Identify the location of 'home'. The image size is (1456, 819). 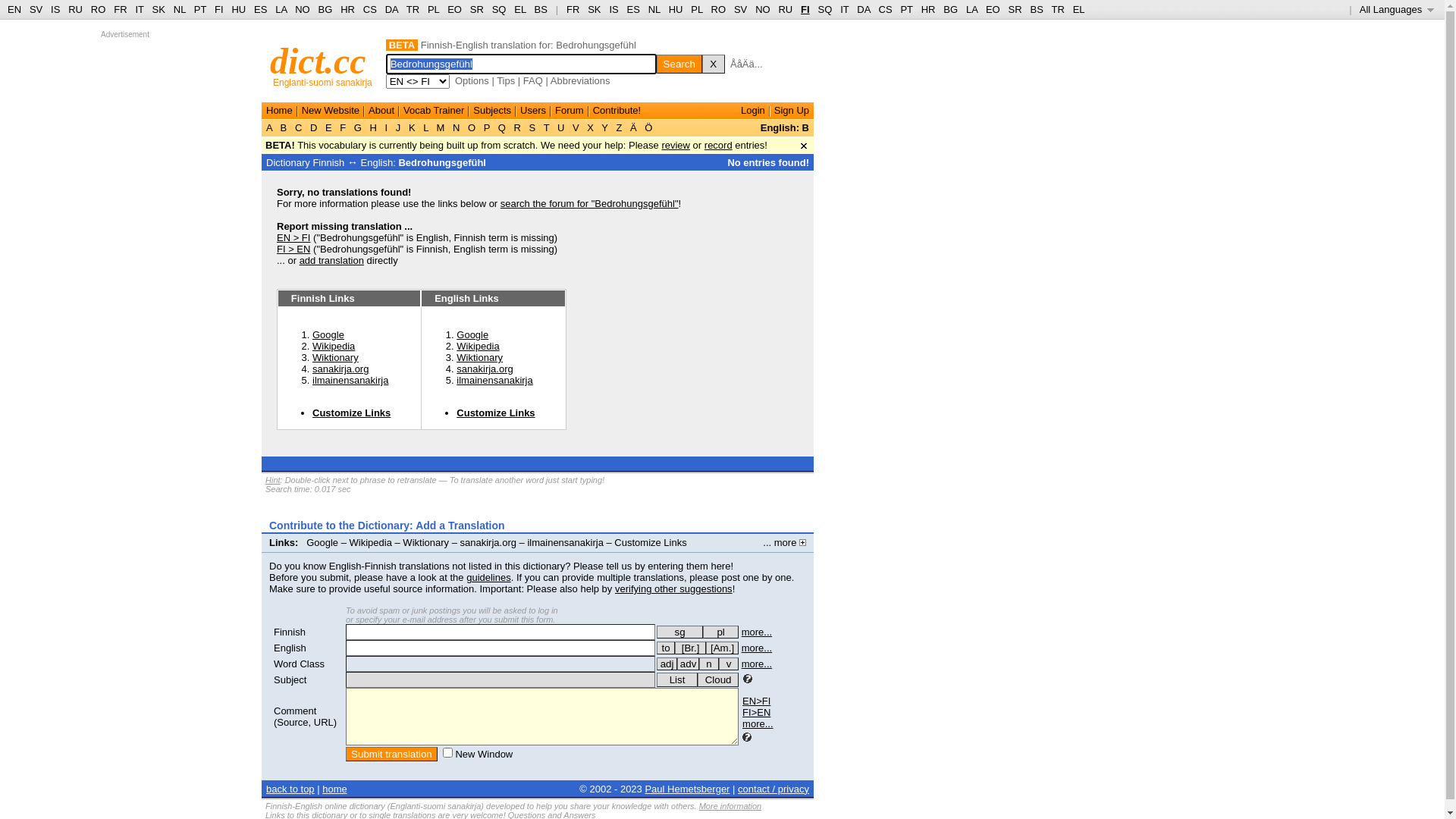
(334, 788).